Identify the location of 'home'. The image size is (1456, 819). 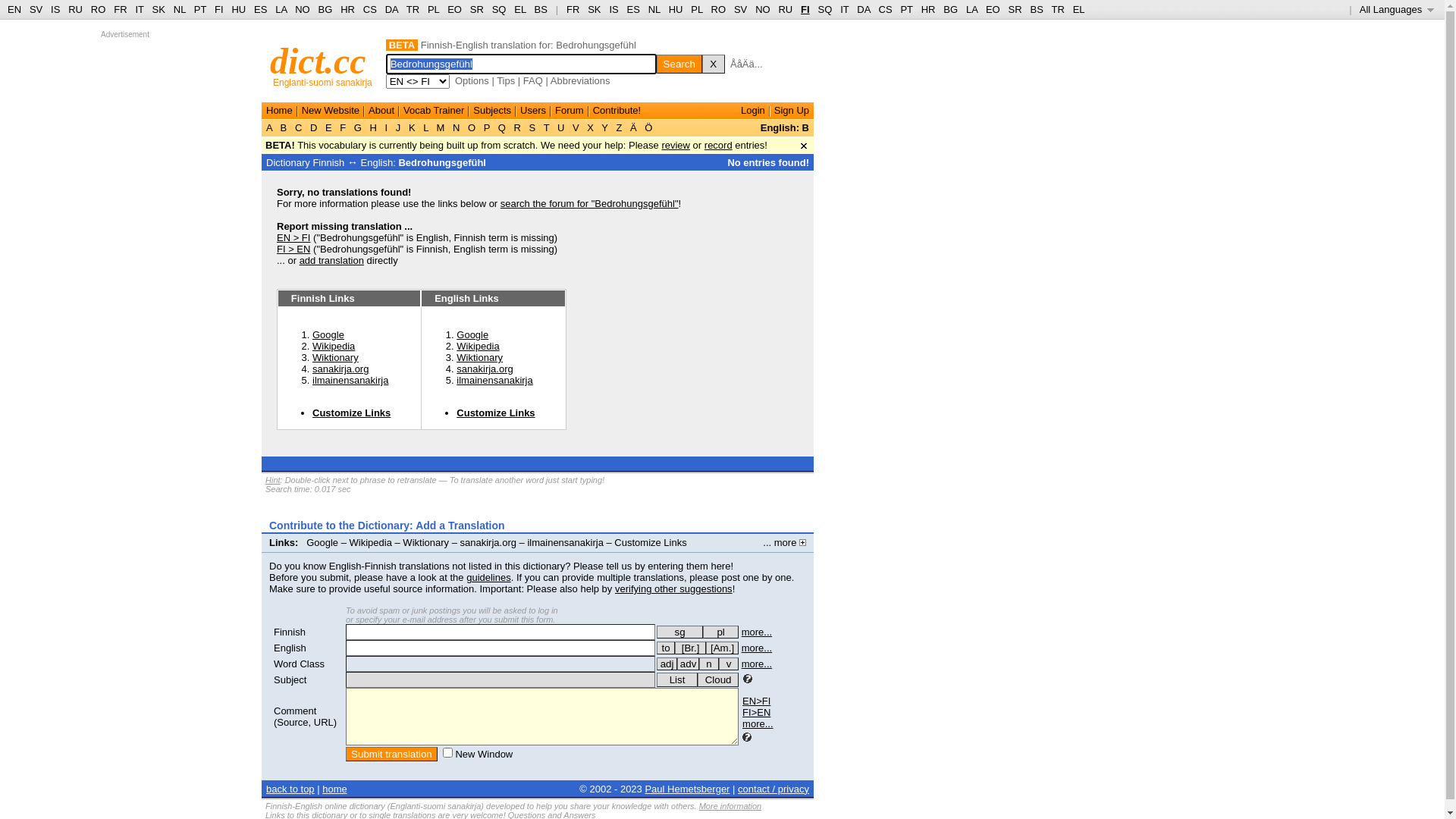
(334, 788).